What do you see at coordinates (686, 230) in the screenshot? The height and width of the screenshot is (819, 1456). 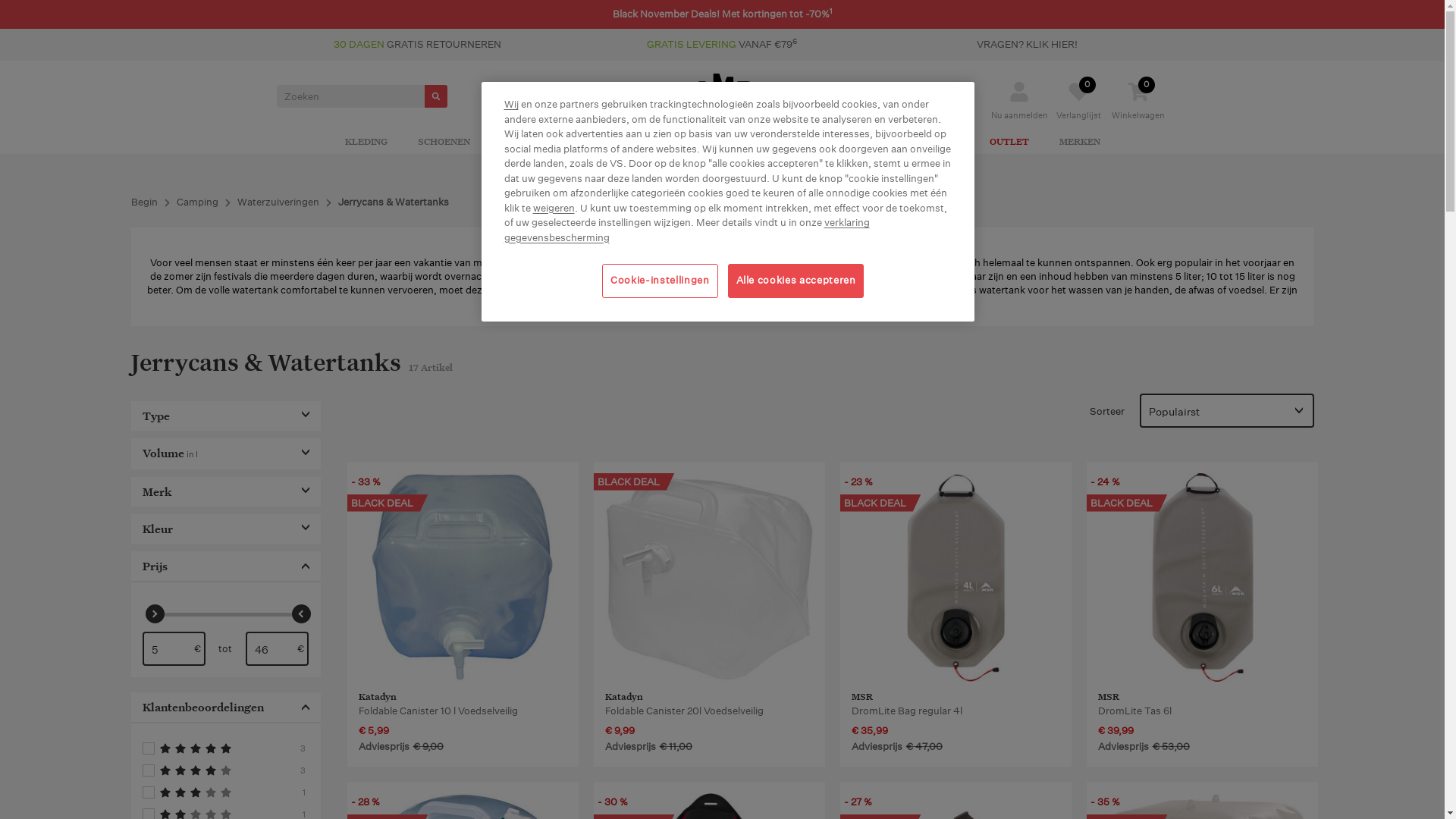 I see `'verklaring gegevensbescherming'` at bounding box center [686, 230].